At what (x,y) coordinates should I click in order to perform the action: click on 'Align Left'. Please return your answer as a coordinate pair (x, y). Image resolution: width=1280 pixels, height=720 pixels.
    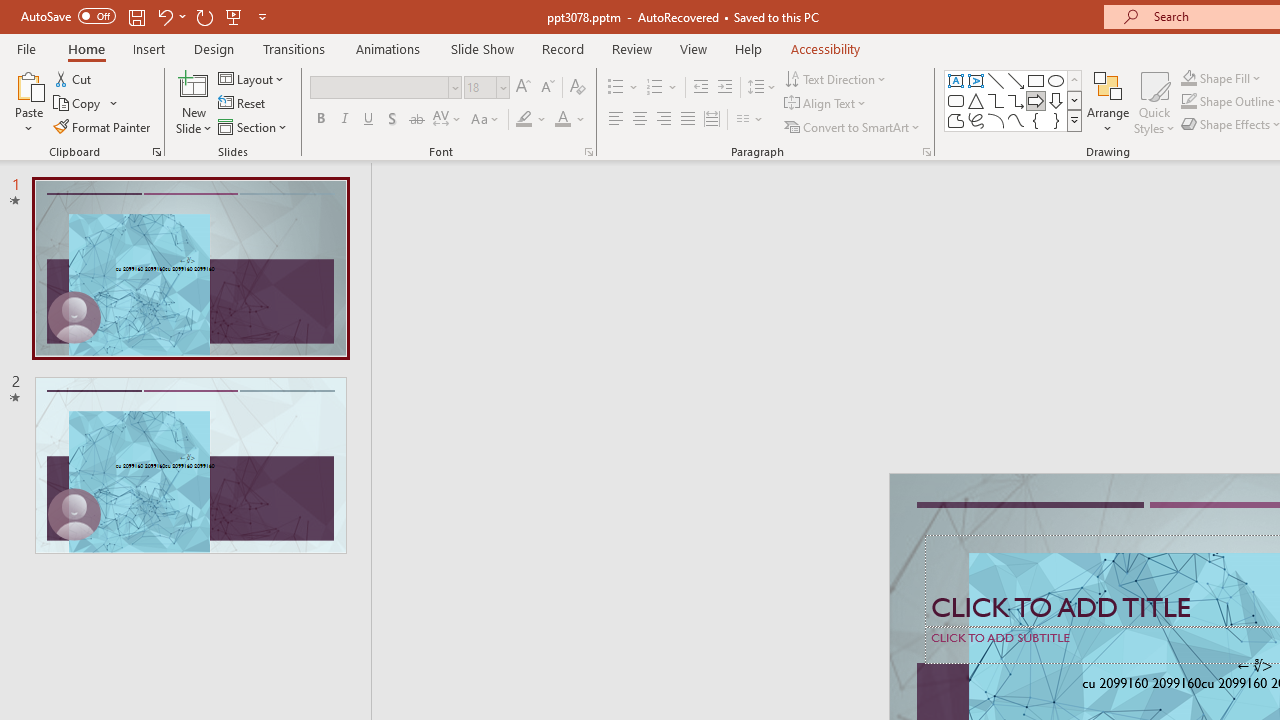
    Looking at the image, I should click on (615, 119).